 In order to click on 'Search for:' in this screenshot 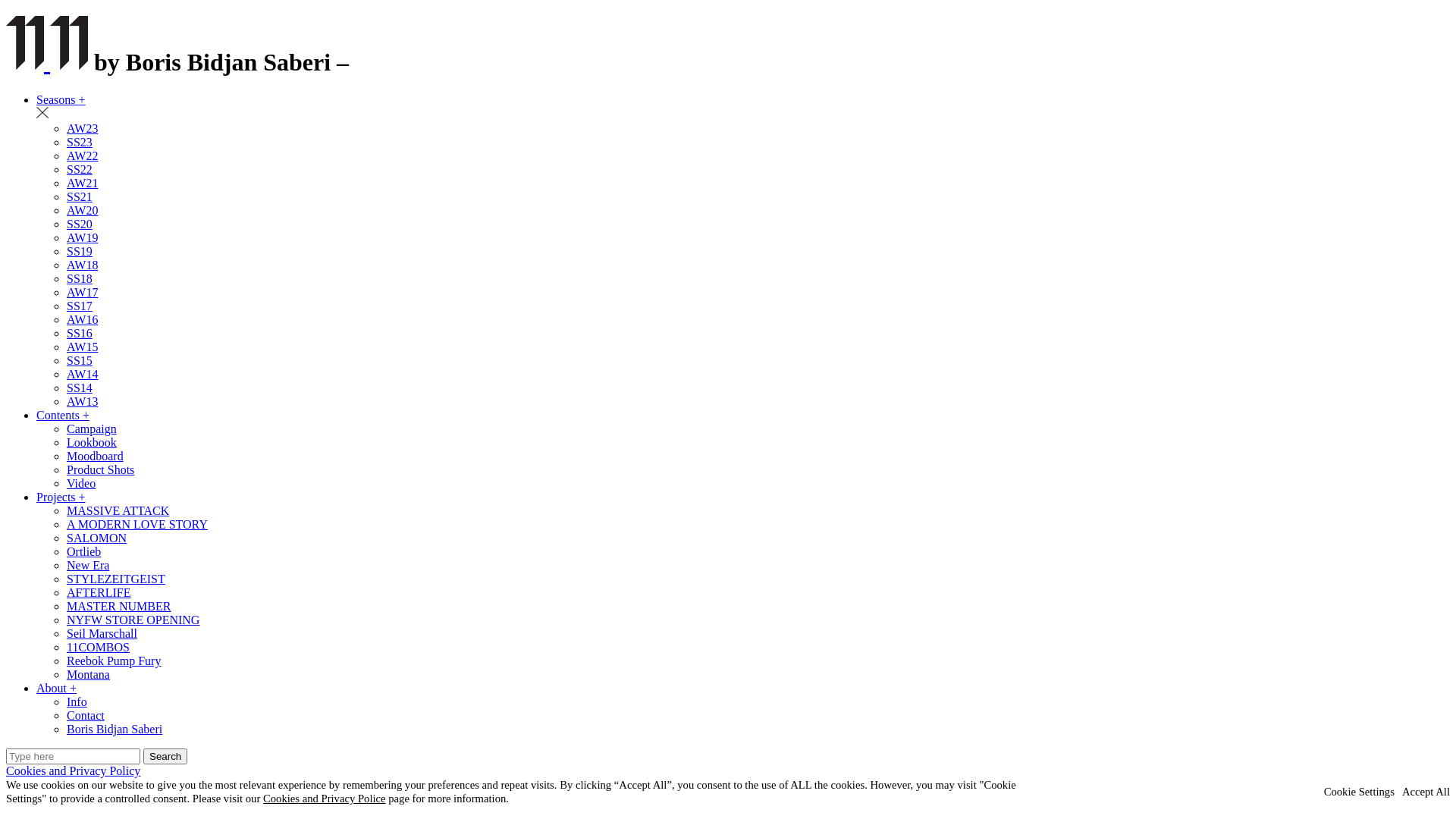, I will do `click(6, 756)`.